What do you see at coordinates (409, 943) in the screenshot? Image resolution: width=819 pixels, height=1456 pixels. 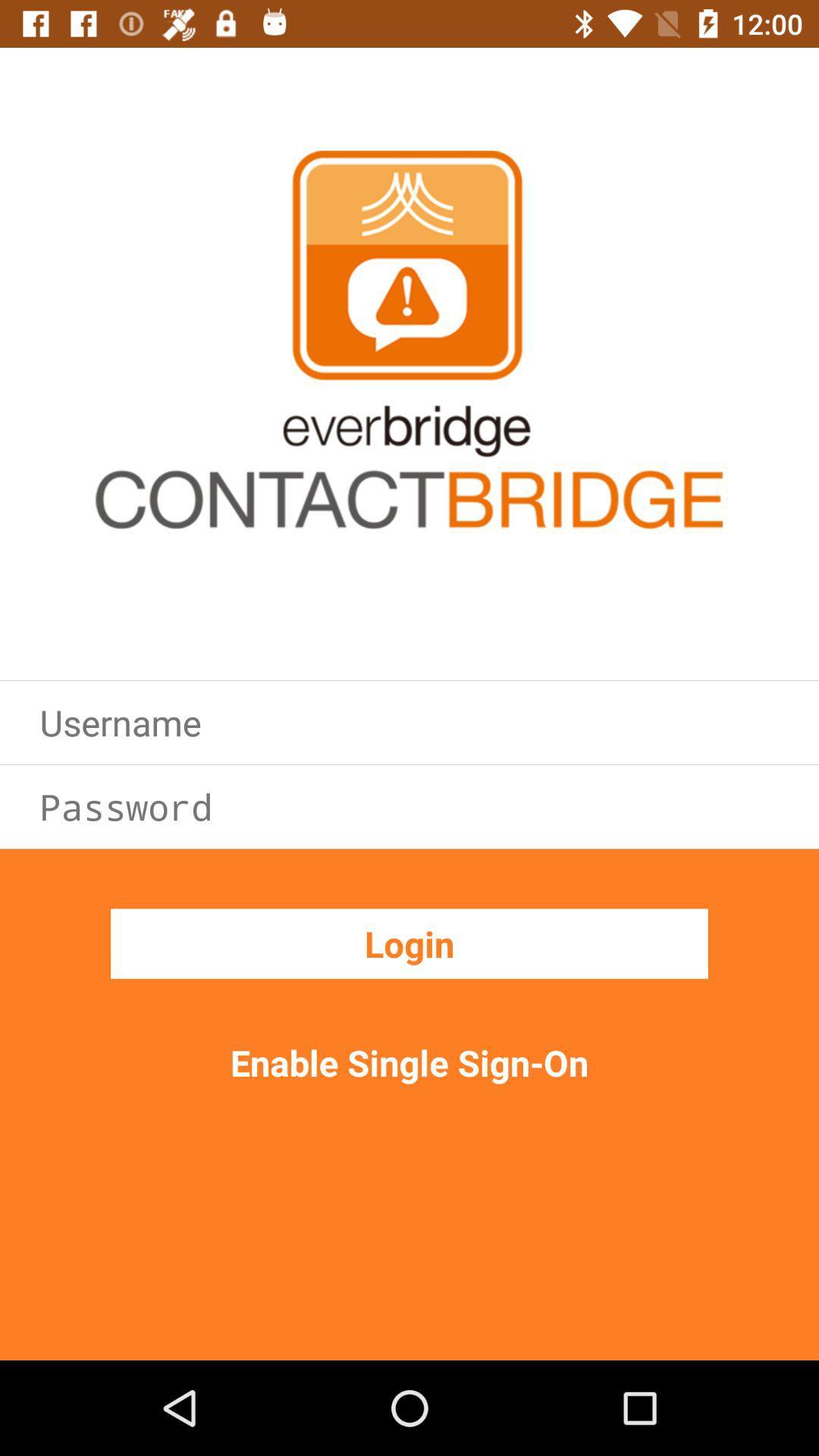 I see `the icon above enable single sign item` at bounding box center [409, 943].